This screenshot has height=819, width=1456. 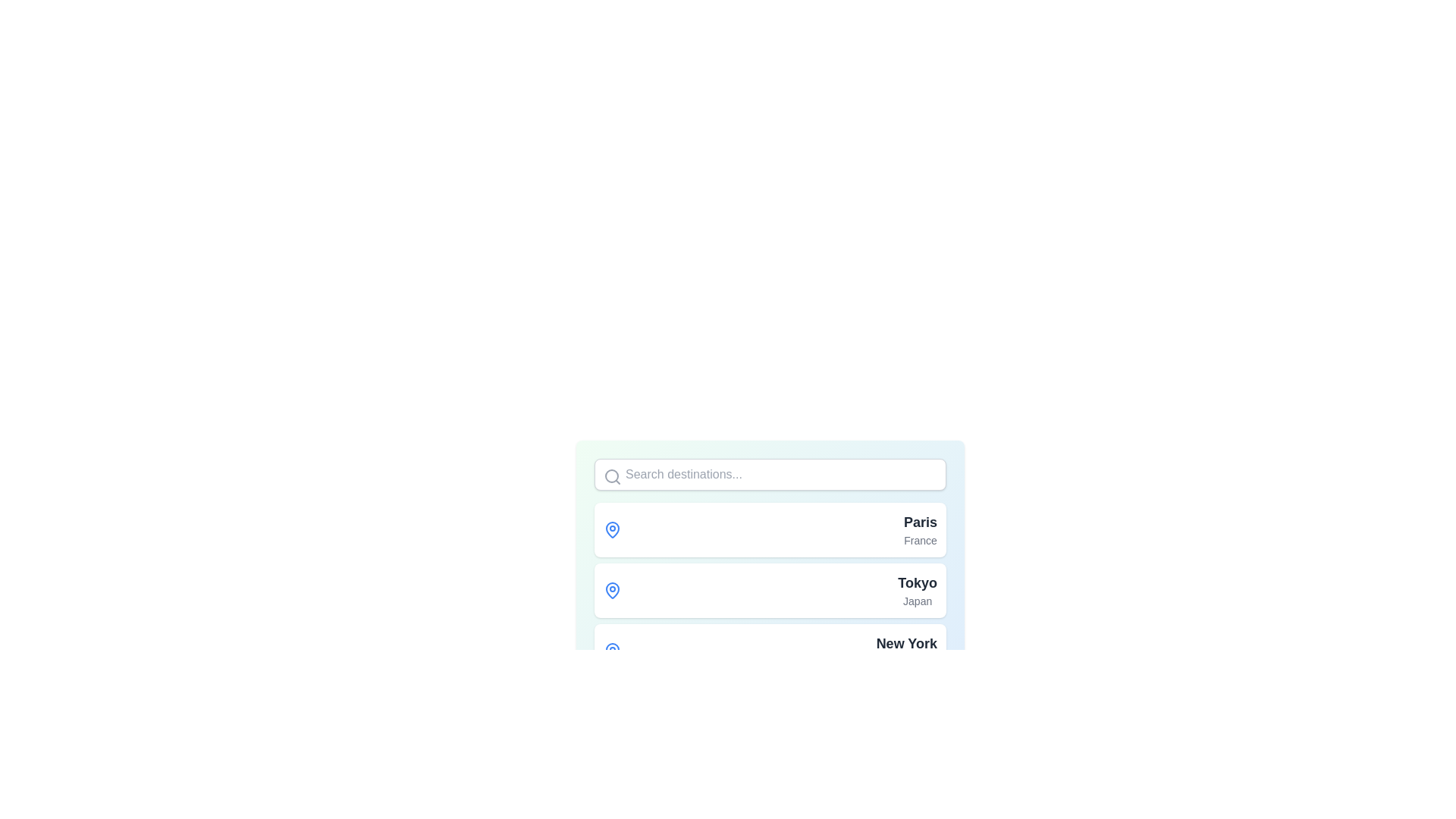 I want to click on the magnifying glass icon, which is a small circular element with a handle, located to the left of the search input field and overlaps with its left padding area, so click(x=612, y=475).